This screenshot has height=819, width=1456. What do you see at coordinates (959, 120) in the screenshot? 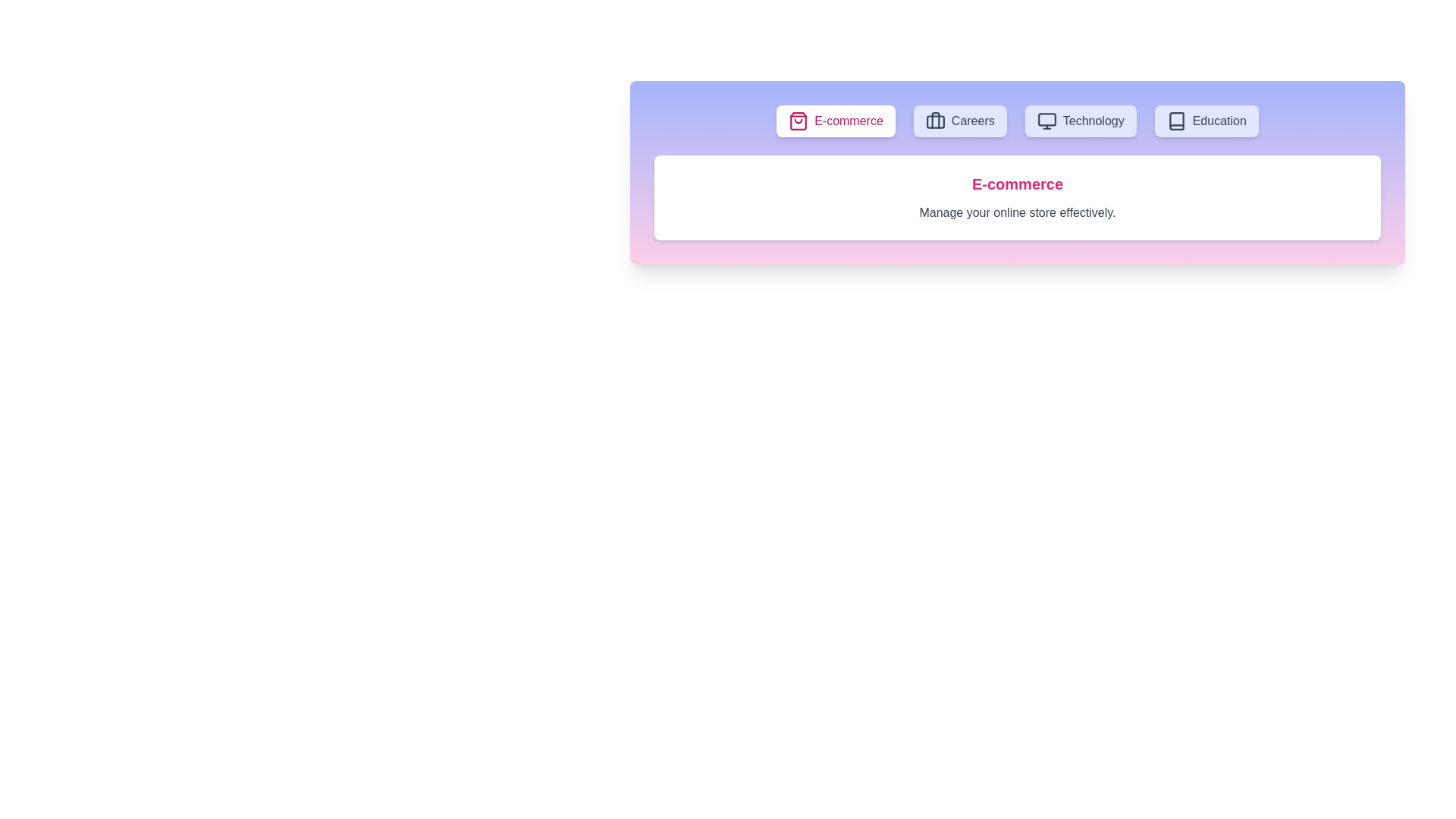
I see `the tab labeled Careers to see its hover effect` at bounding box center [959, 120].